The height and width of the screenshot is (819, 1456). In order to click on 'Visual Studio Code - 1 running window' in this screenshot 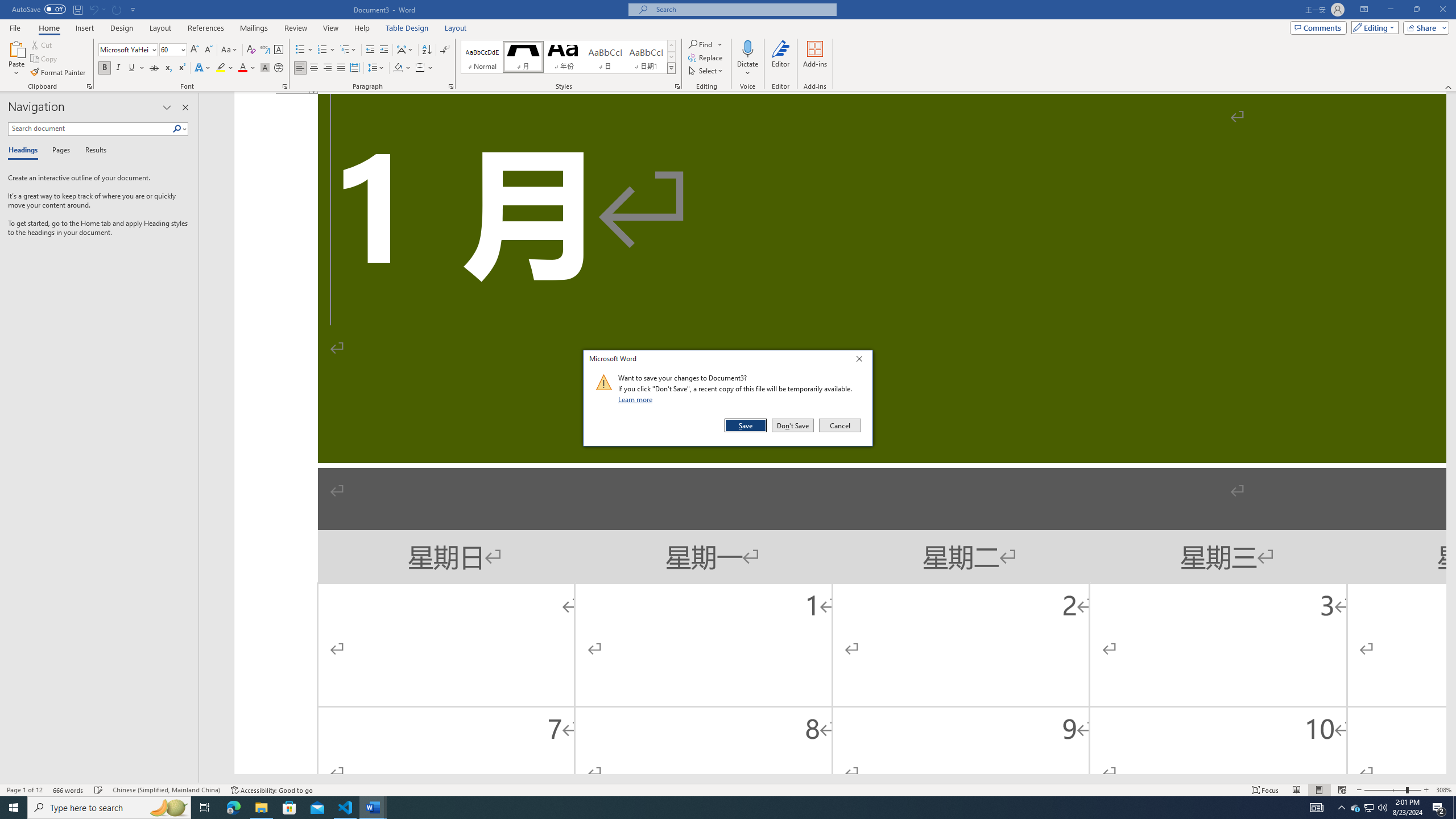, I will do `click(345, 806)`.